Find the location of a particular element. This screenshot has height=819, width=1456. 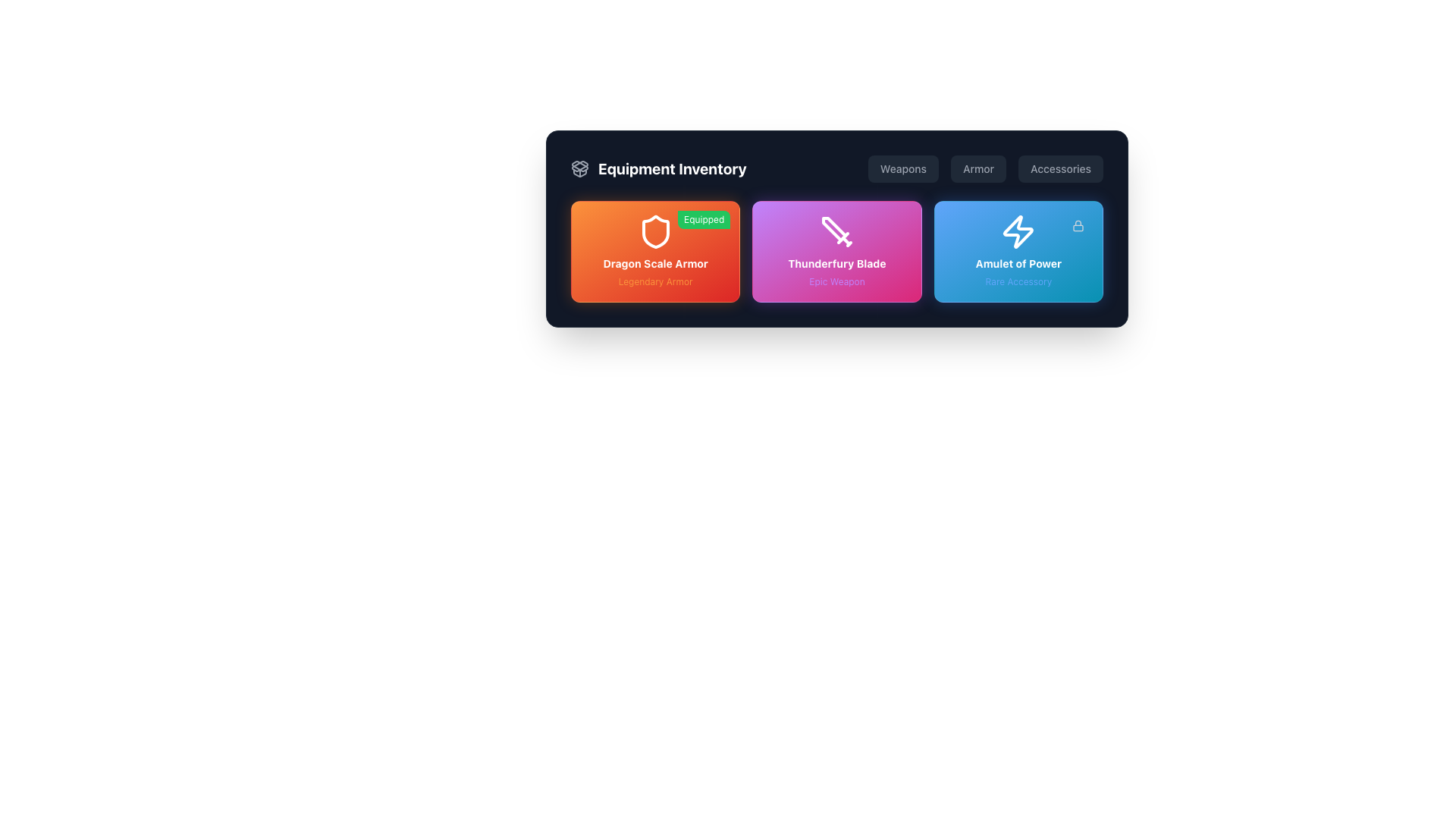

the second button labeled 'Armor' in the horizontal group of buttons for navigating to the 'Armor' section of the inventory is located at coordinates (985, 169).